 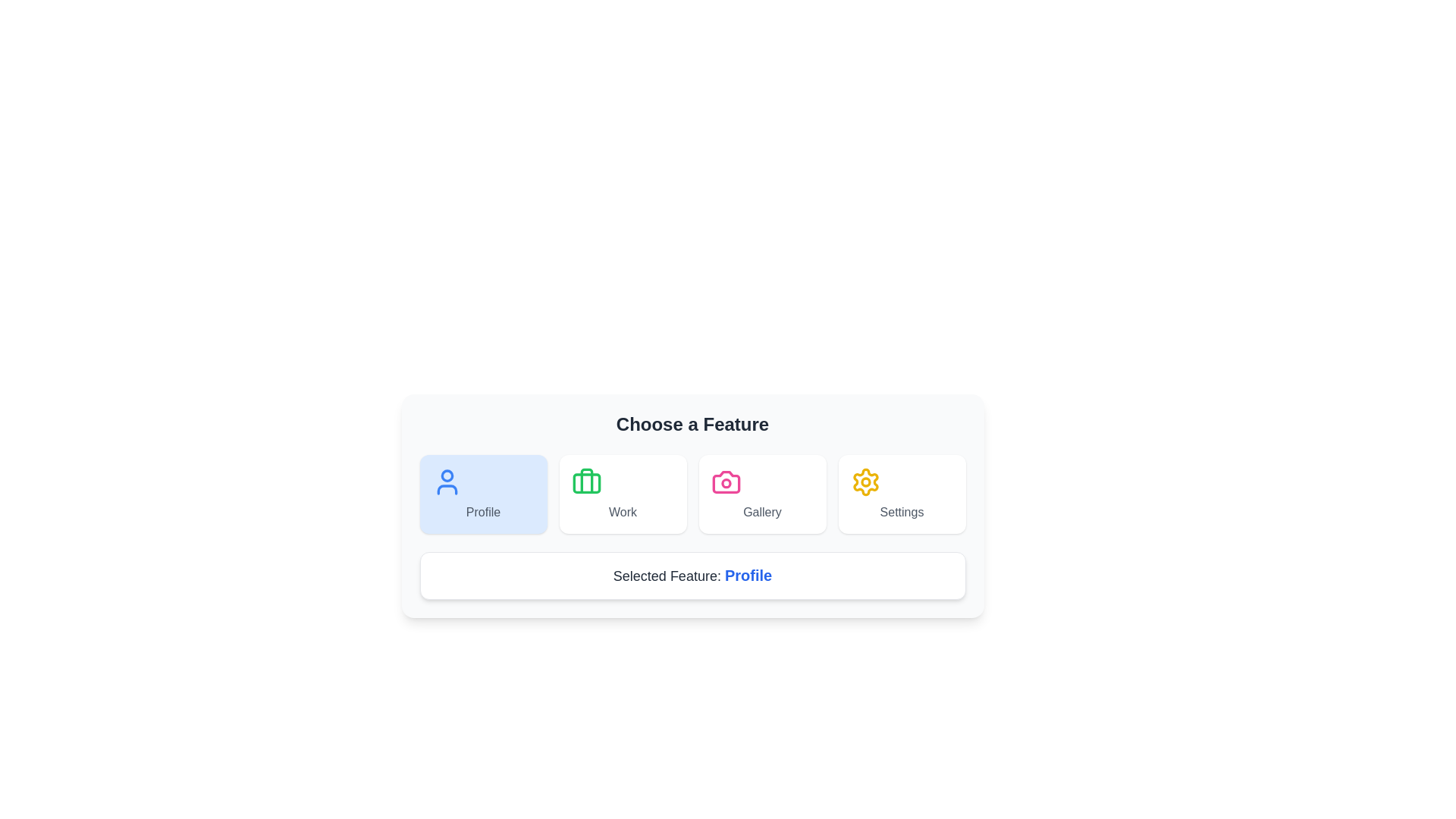 What do you see at coordinates (762, 494) in the screenshot?
I see `the 'Gallery' button, which is the third item in a grid layout, positioned between the 'Work' and 'Settings' items` at bounding box center [762, 494].